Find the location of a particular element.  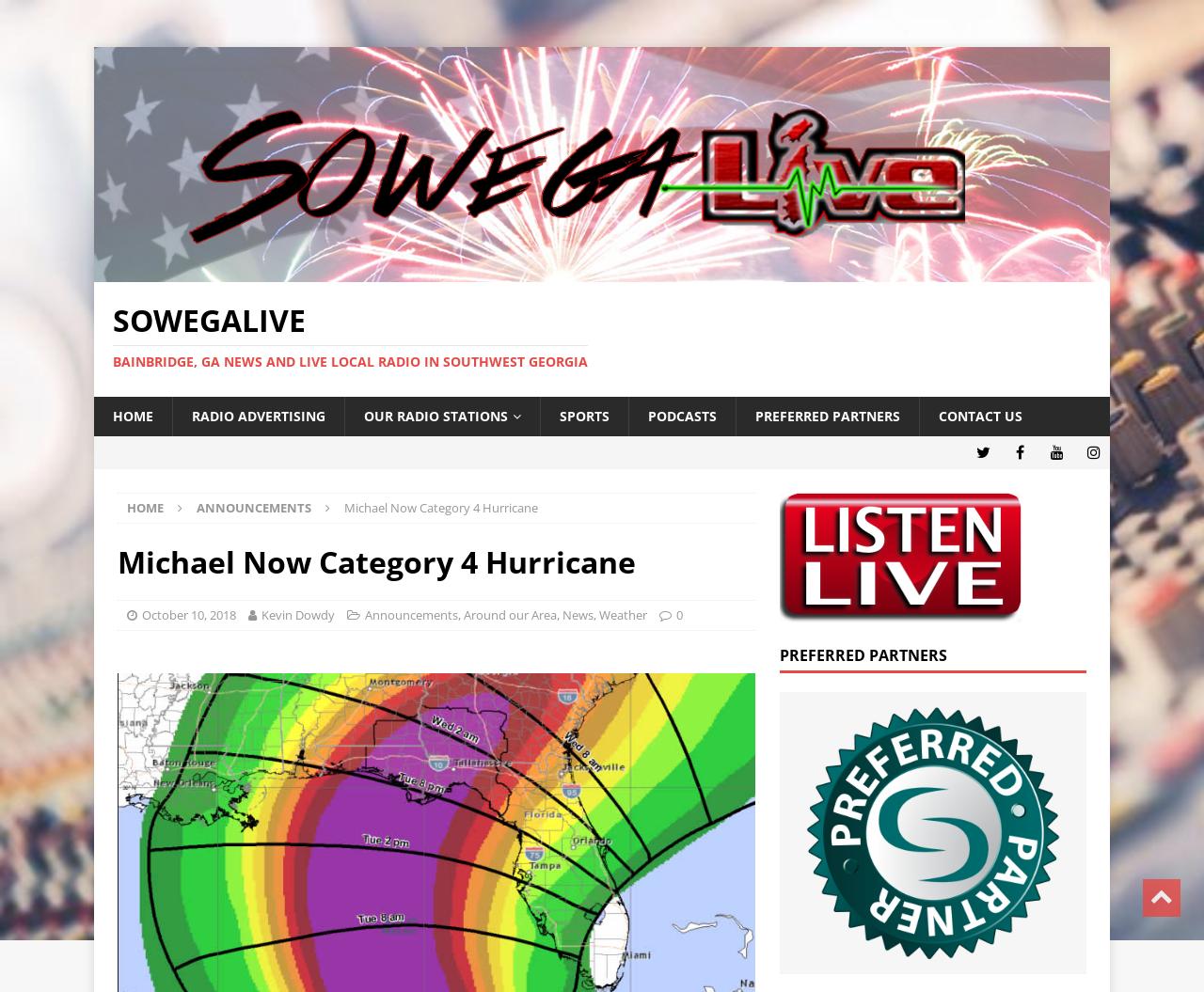

'October 10, 2018' is located at coordinates (188, 613).